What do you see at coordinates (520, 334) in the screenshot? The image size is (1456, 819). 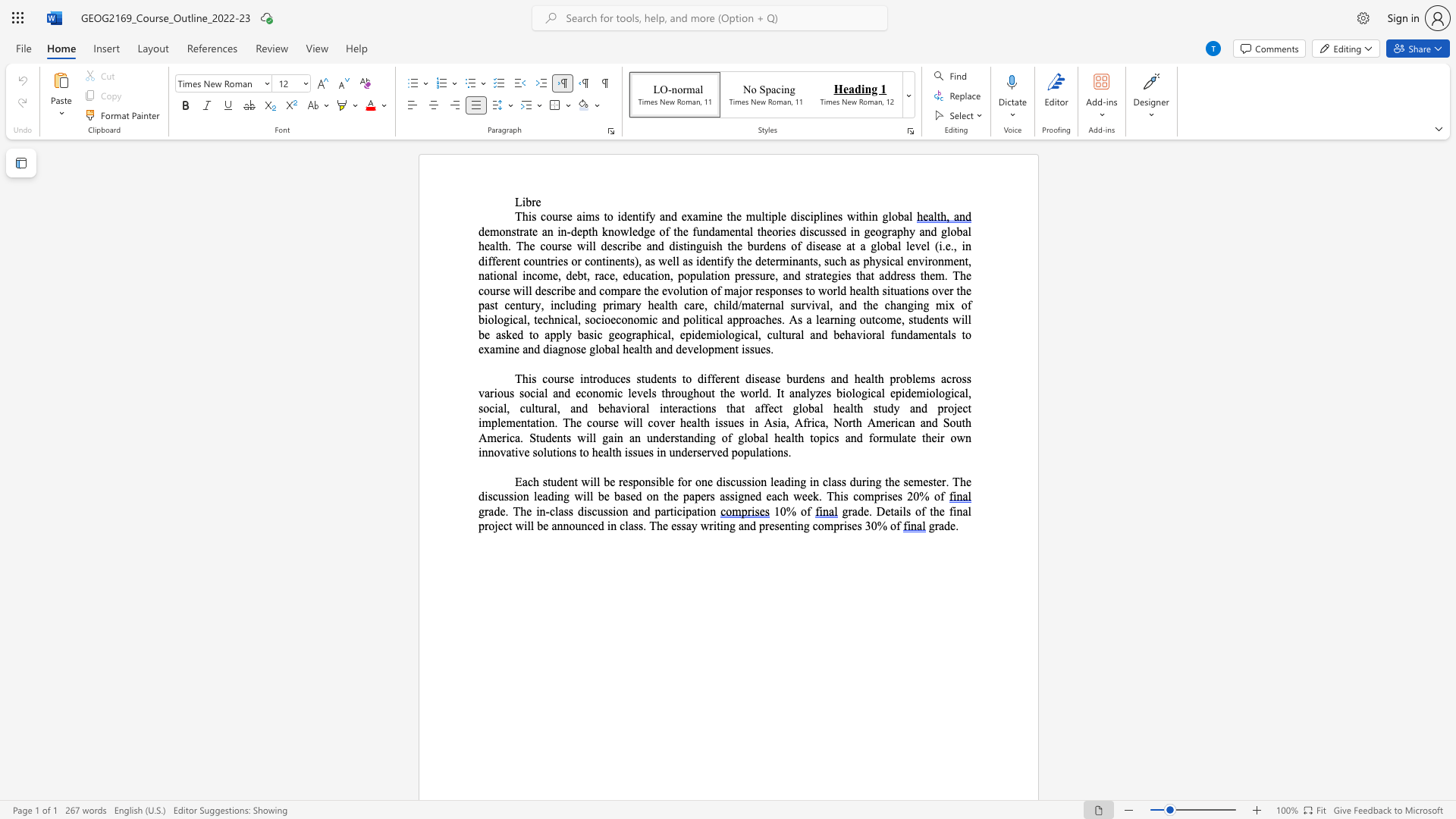 I see `the 2th character "d" in the text` at bounding box center [520, 334].